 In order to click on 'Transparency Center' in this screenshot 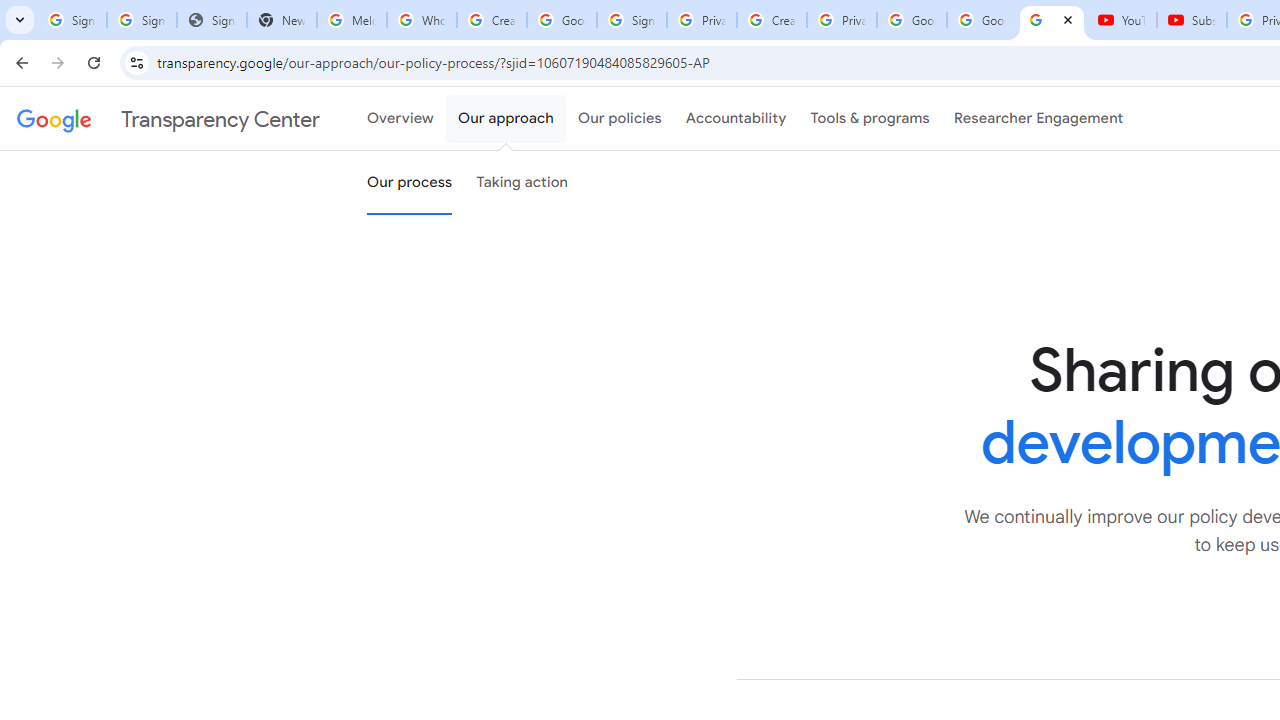, I will do `click(168, 119)`.